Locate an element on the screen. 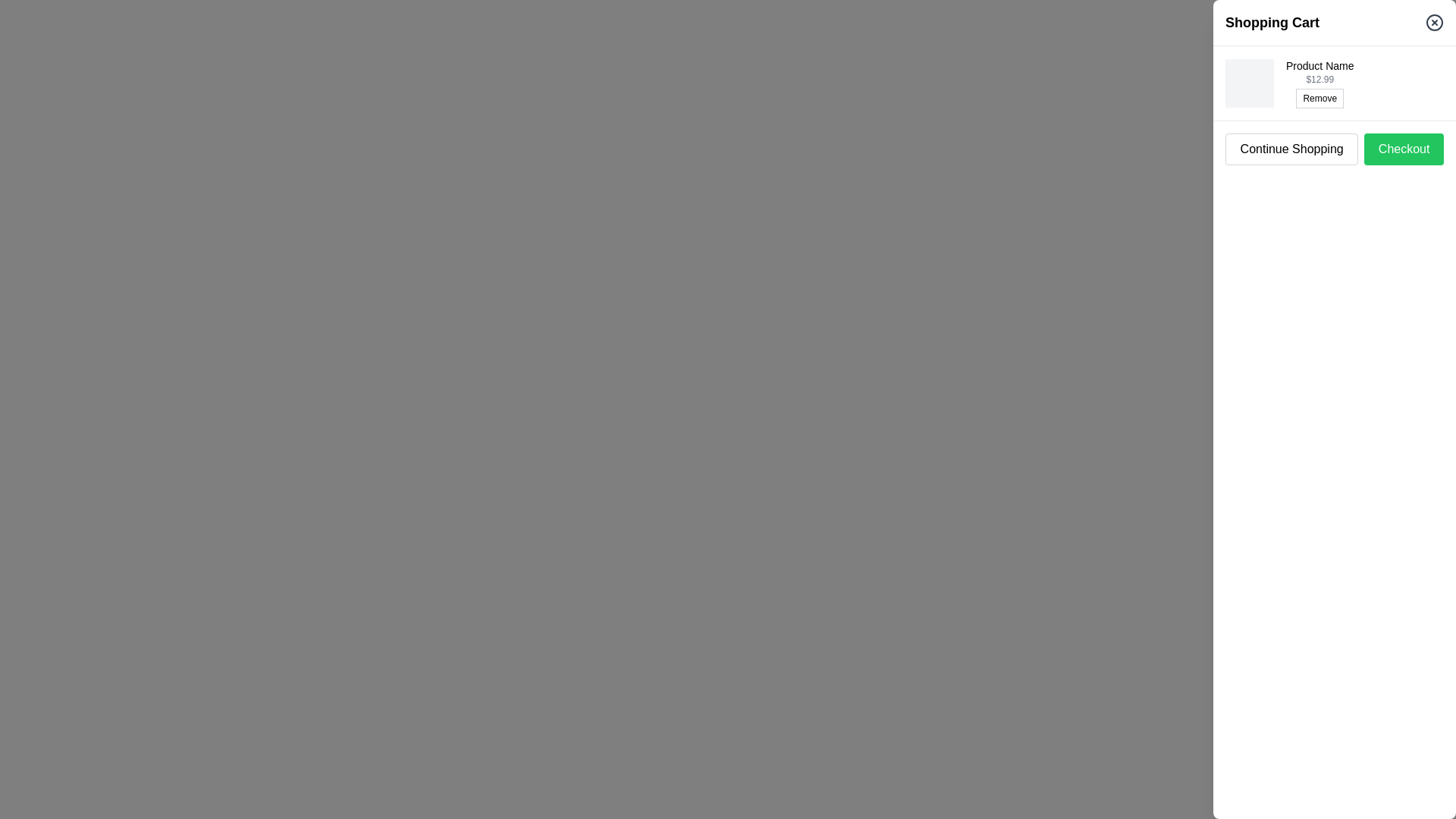 The image size is (1456, 819). the product name of the first item in the shopping cart list is located at coordinates (1335, 83).